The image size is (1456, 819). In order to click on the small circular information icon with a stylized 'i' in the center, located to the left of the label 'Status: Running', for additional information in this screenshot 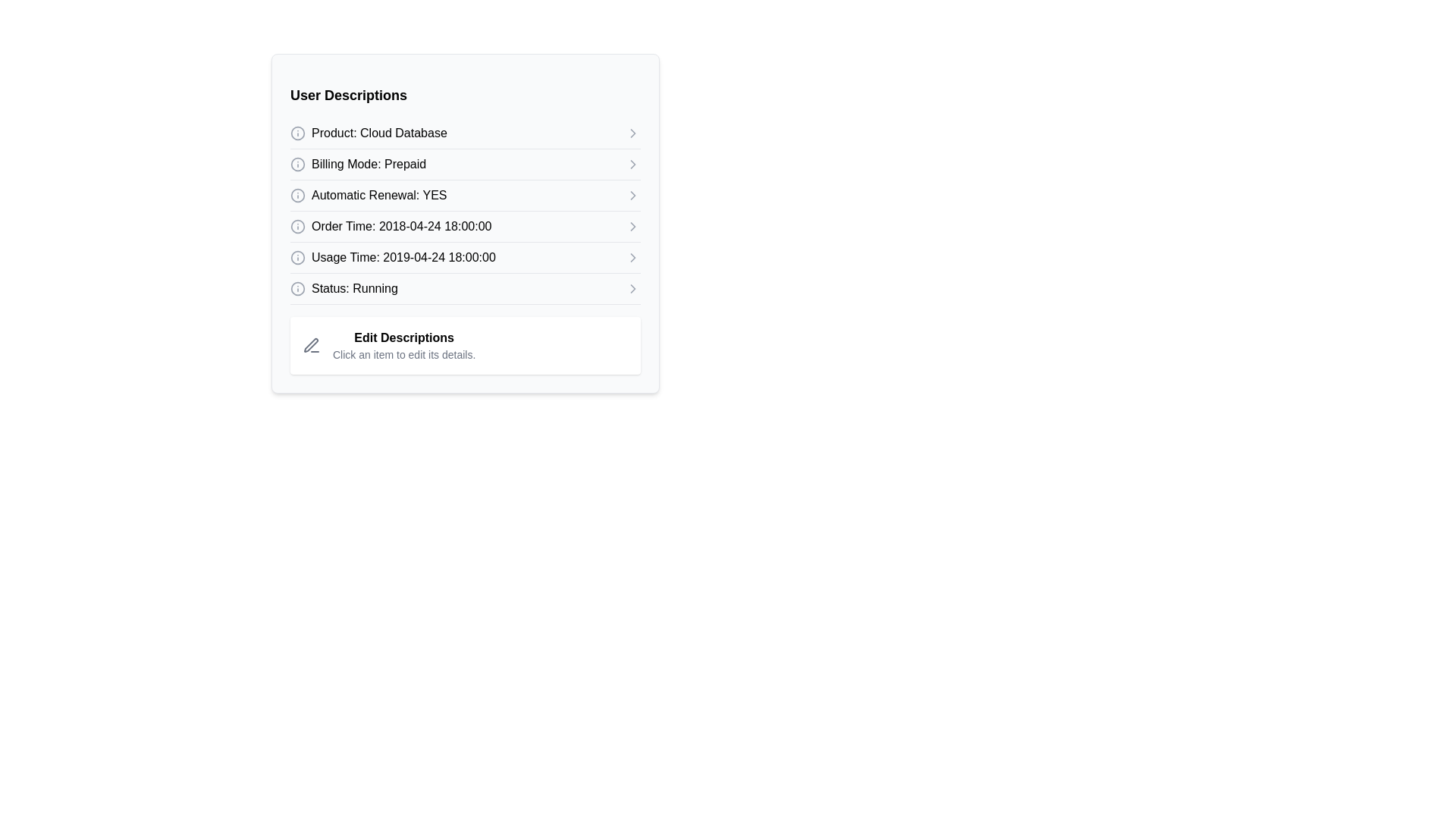, I will do `click(298, 289)`.